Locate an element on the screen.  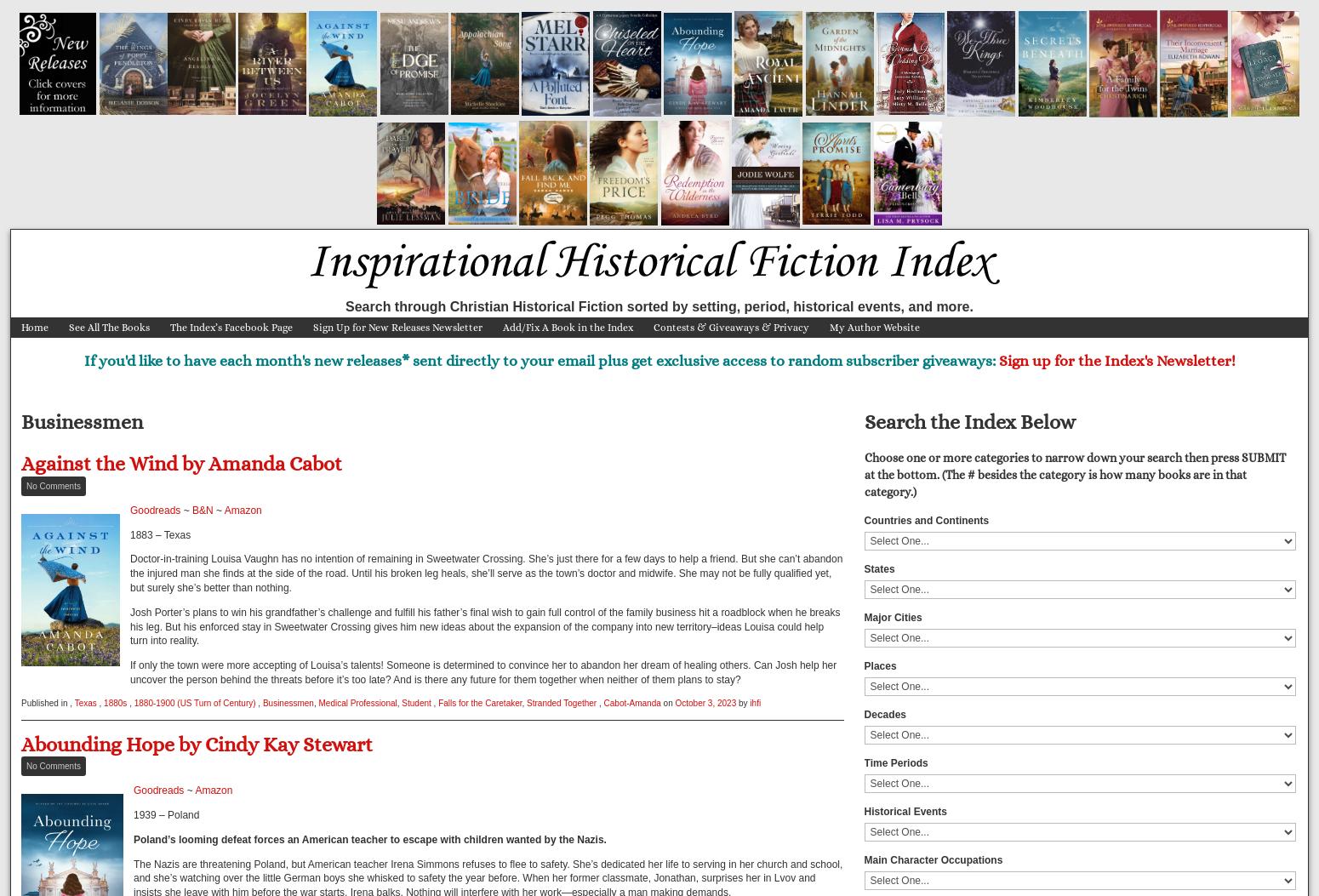
'Medical Professional' is located at coordinates (357, 701).